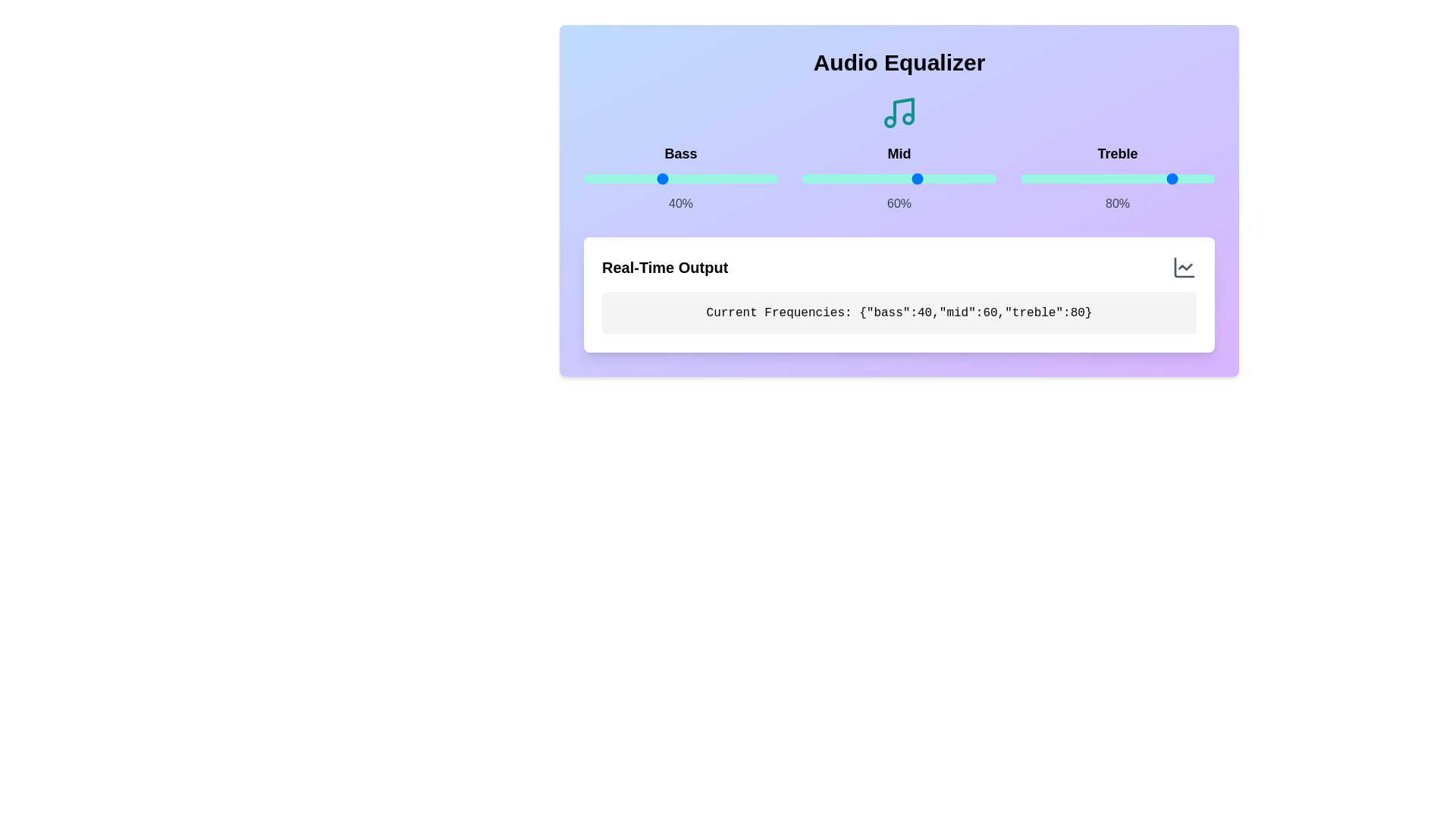 Image resolution: width=1456 pixels, height=819 pixels. Describe the element at coordinates (1183, 267) in the screenshot. I see `the icon representing the graphical visualization feature located in the bottom-right corner of the 'Real-Time Output' section` at that location.